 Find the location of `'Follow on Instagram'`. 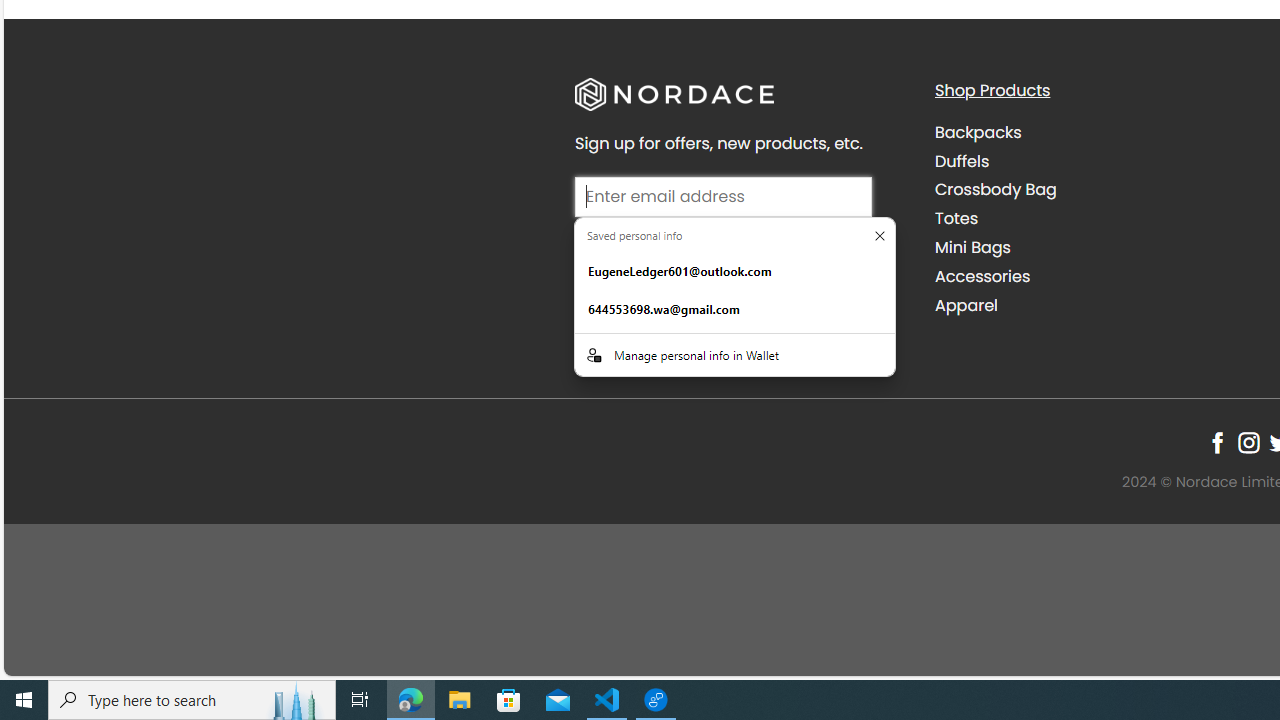

'Follow on Instagram' is located at coordinates (1247, 441).